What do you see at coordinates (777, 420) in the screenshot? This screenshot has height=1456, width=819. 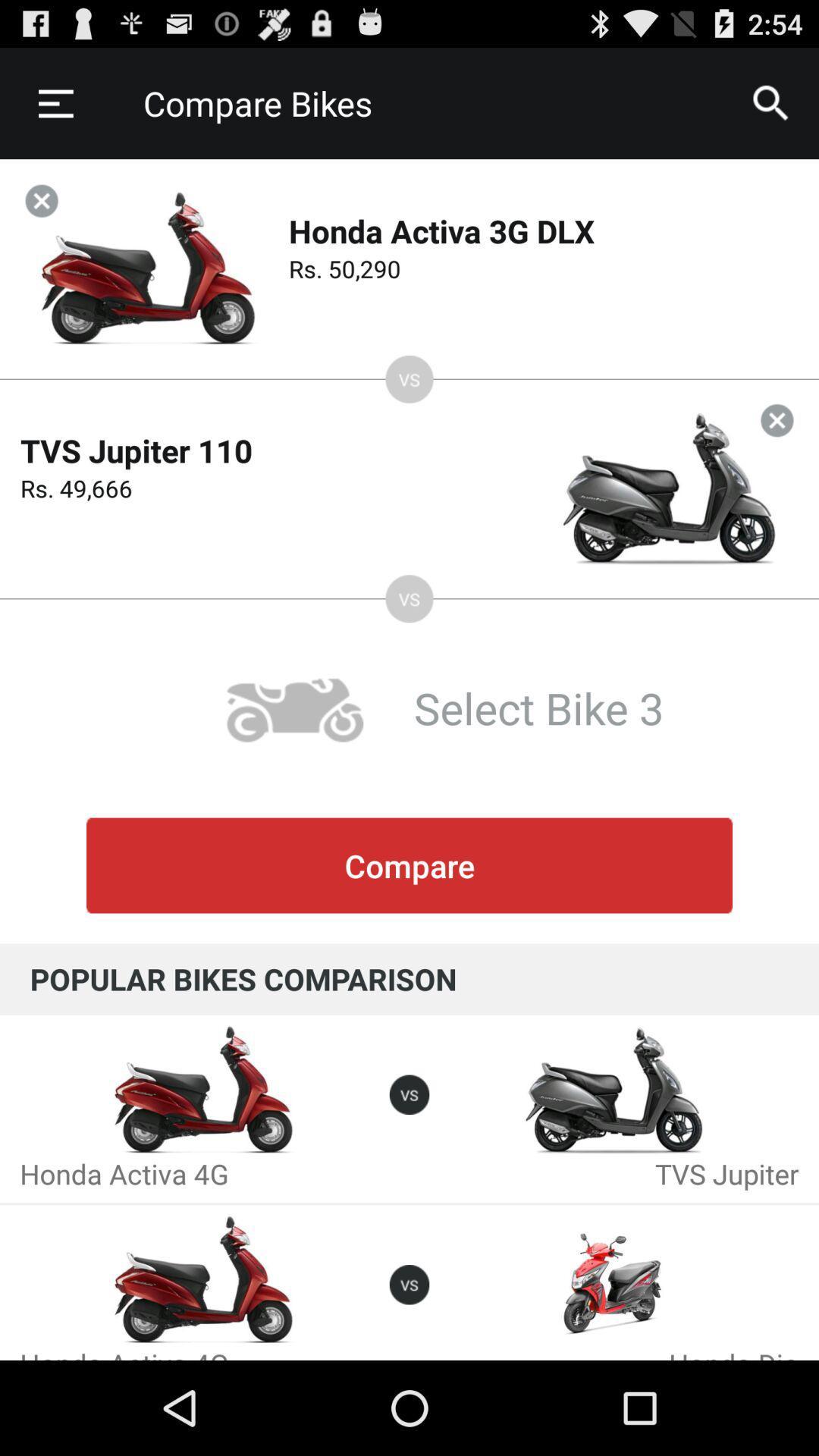 I see `tvs jupiter comparison` at bounding box center [777, 420].